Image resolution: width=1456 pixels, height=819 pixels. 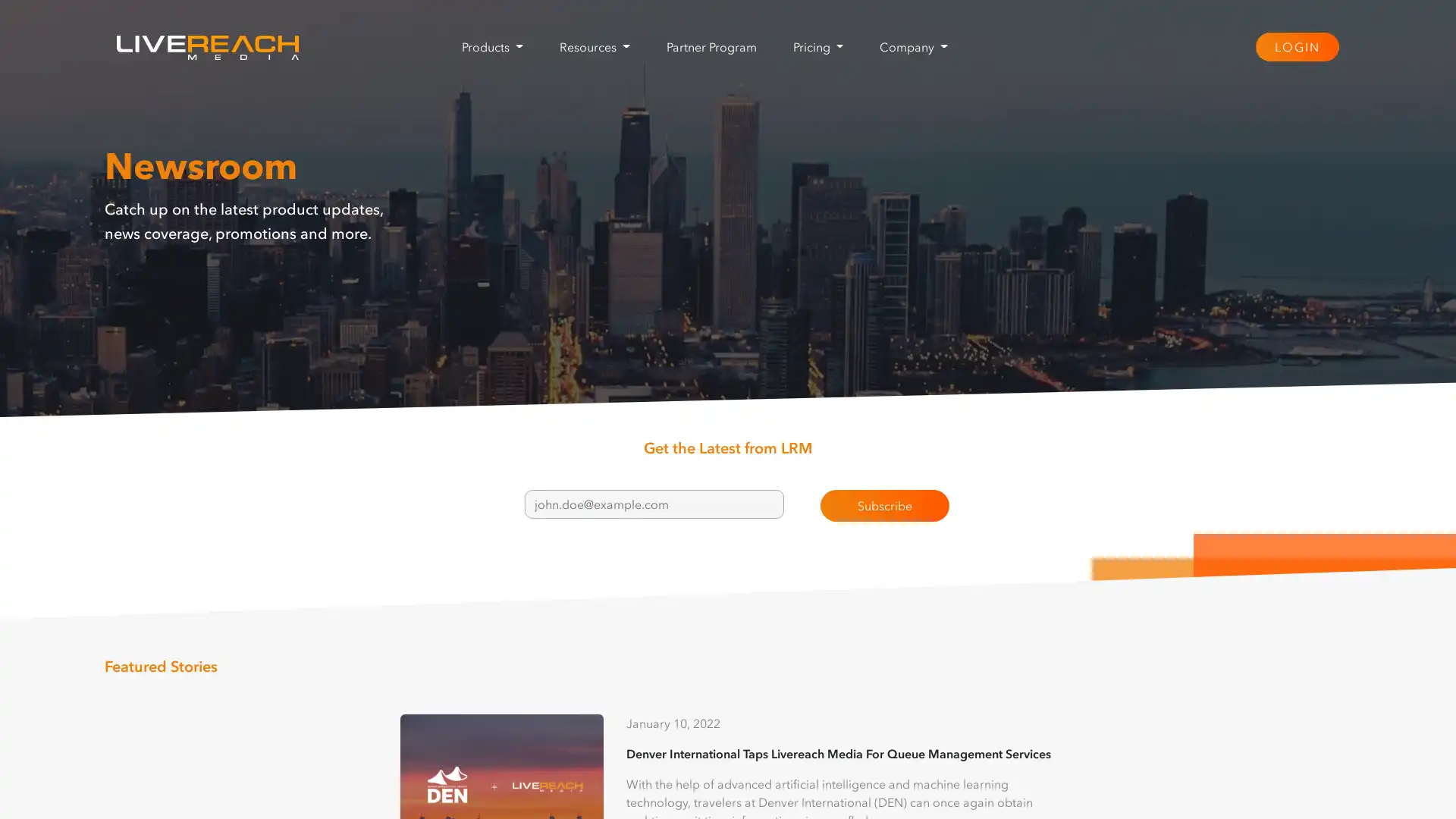 What do you see at coordinates (884, 506) in the screenshot?
I see `Subscribe` at bounding box center [884, 506].